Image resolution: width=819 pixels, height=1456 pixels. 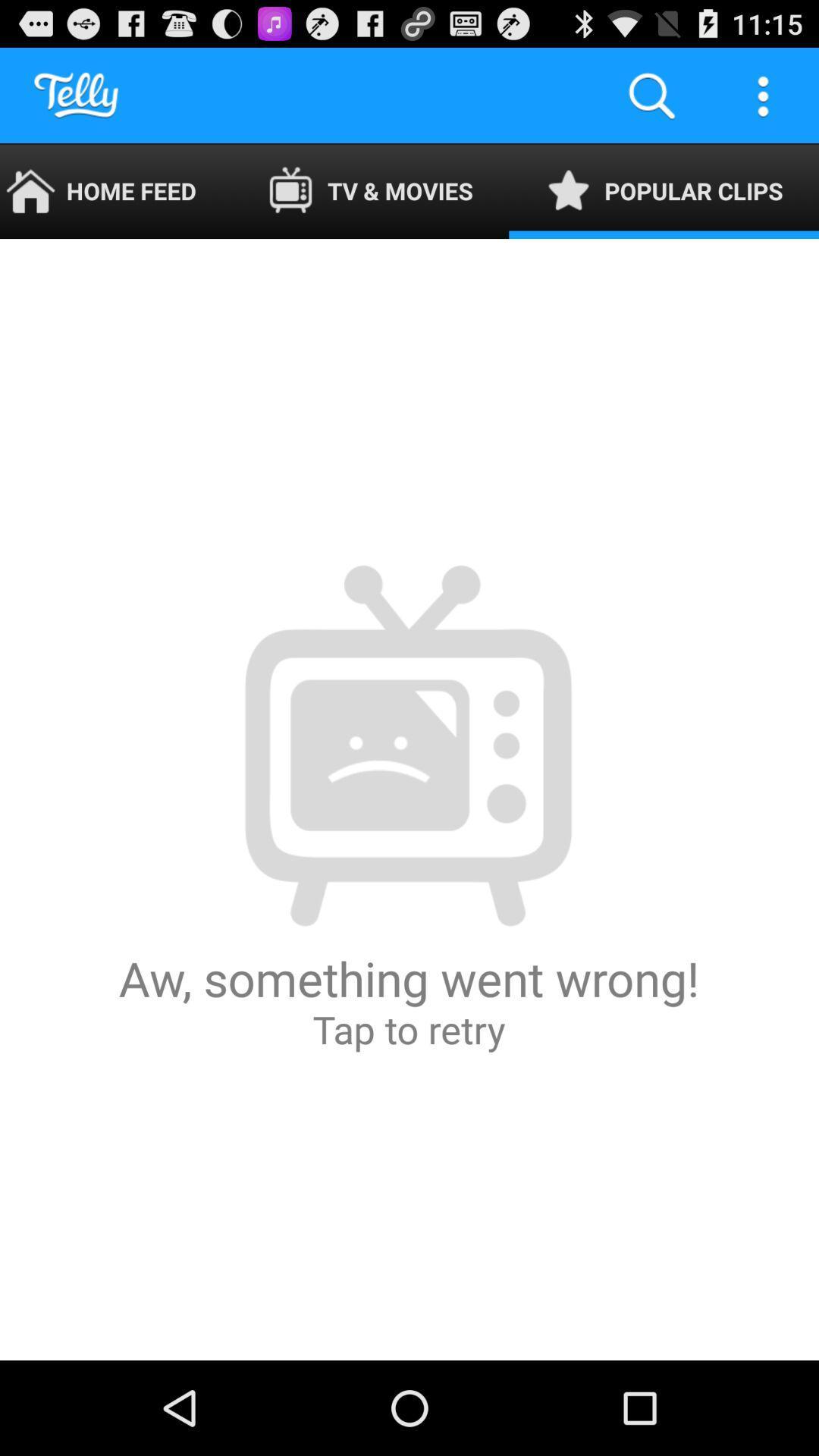 What do you see at coordinates (763, 94) in the screenshot?
I see `the icon above the popular clips item` at bounding box center [763, 94].